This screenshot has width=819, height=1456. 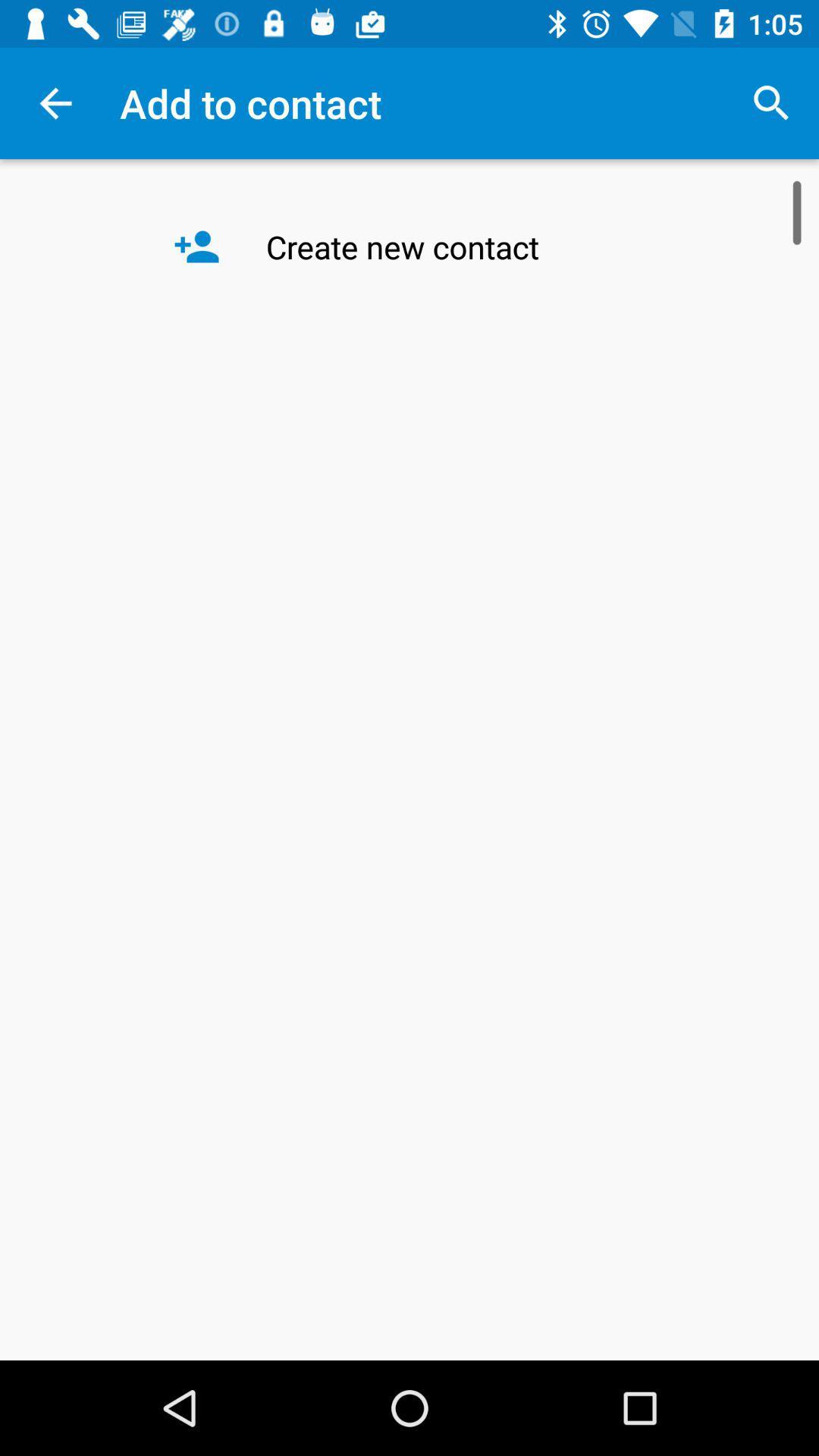 I want to click on item next to the add to contact item, so click(x=771, y=102).